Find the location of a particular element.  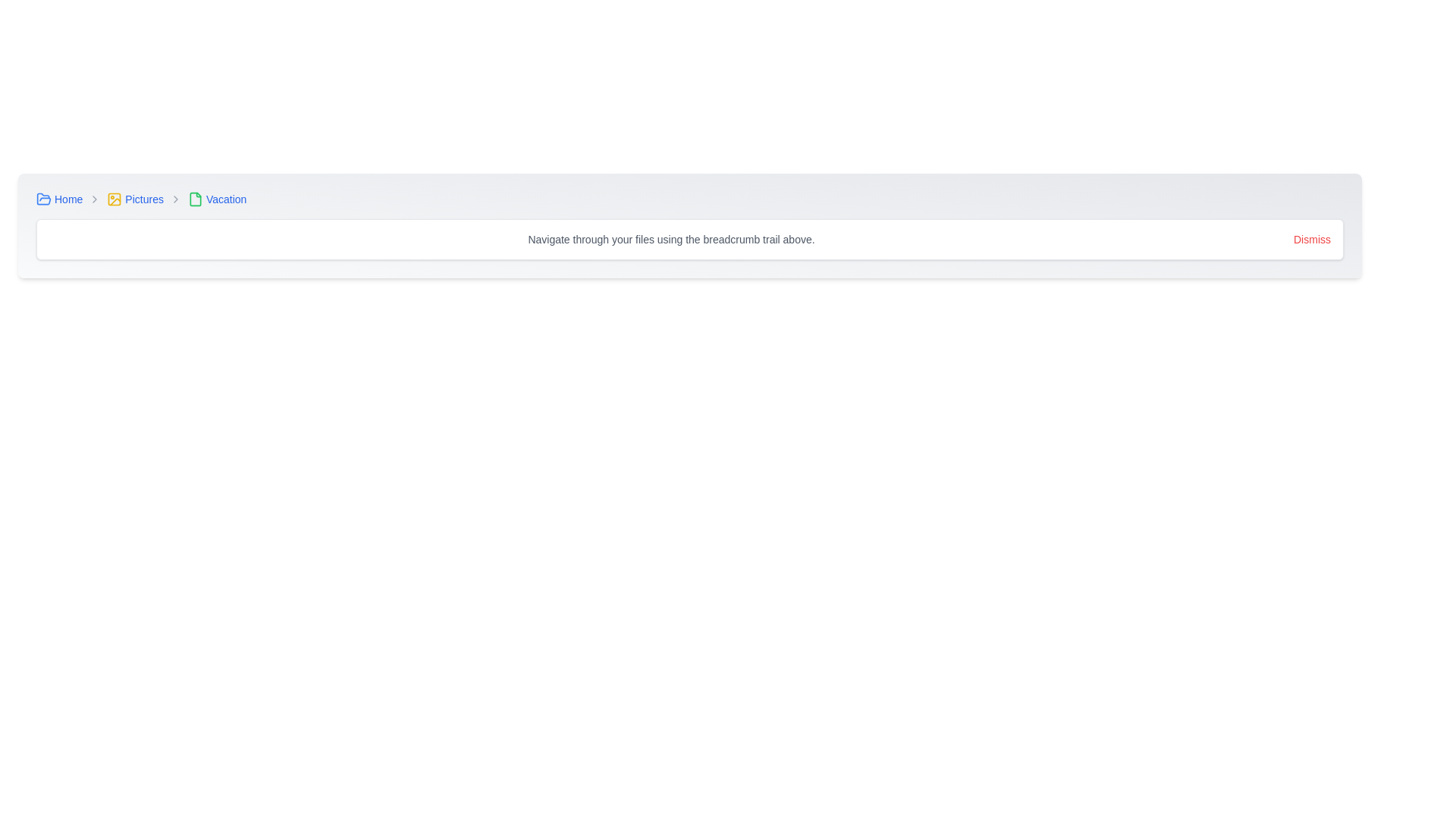

the static text label that contains the message 'Navigate through your files using the breadcrumb trail above.', which is displayed in light gray font within a white rounded box is located at coordinates (670, 239).